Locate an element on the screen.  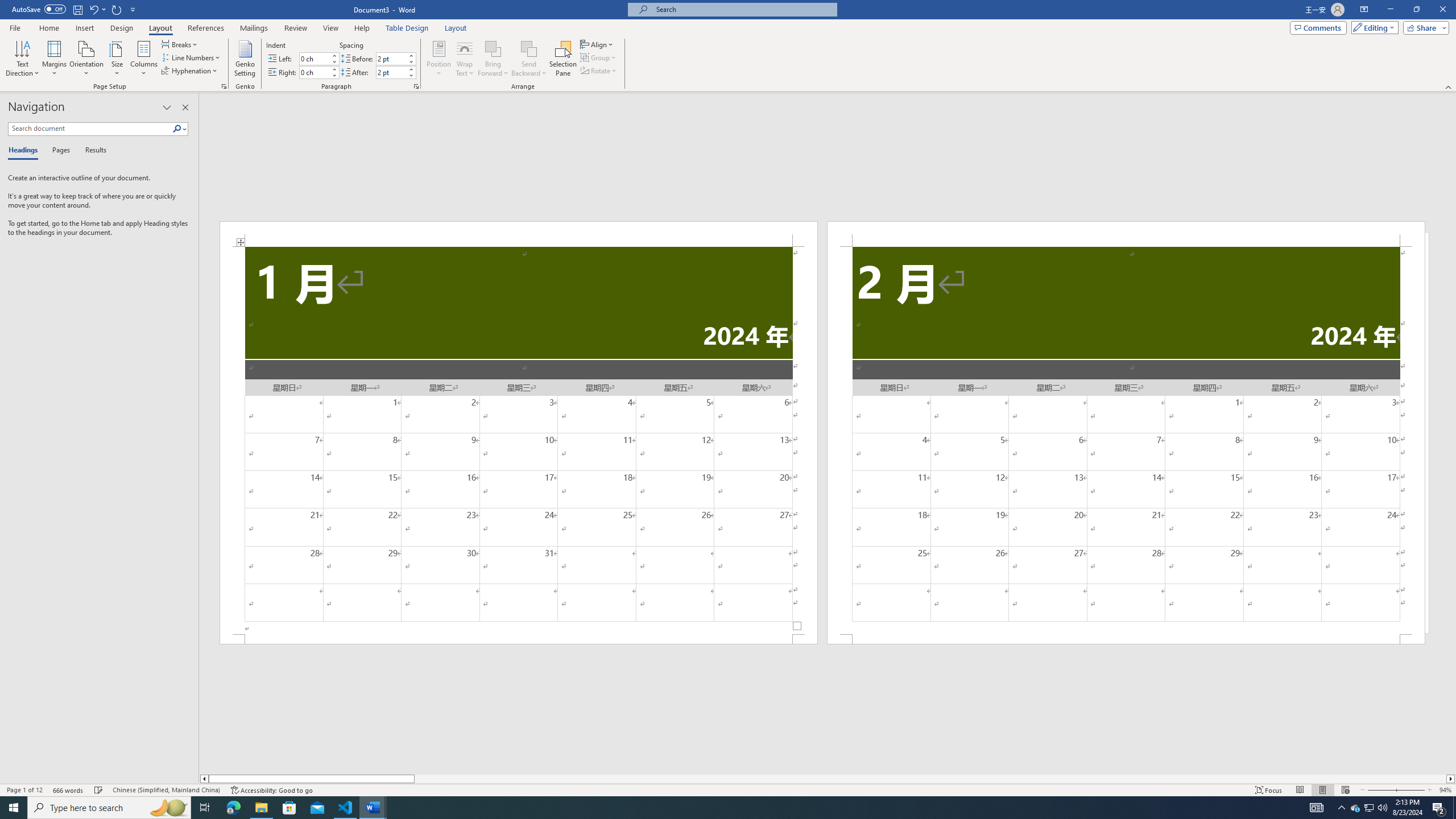
'Page 1 content' is located at coordinates (519, 440).